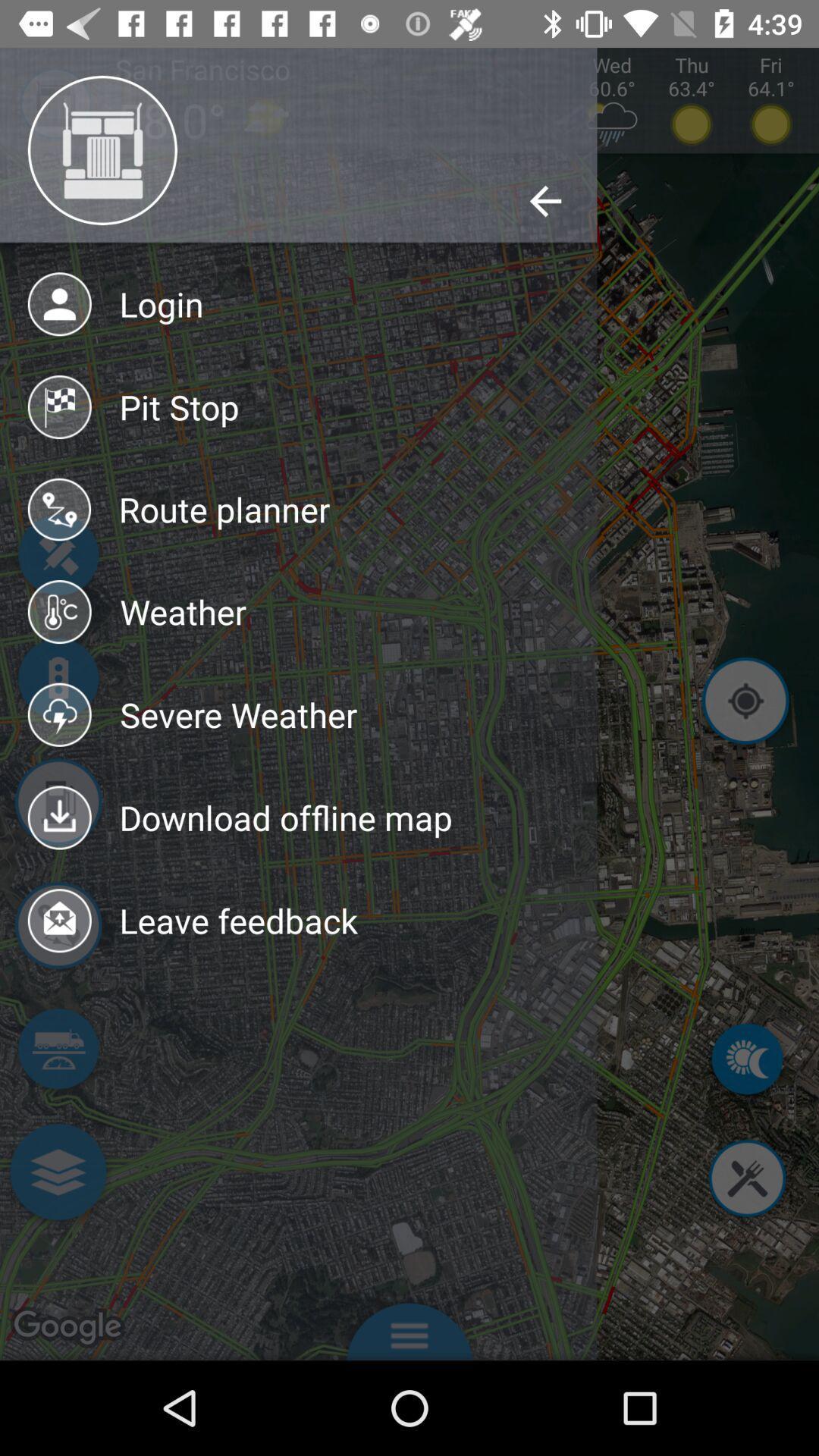 This screenshot has height=1456, width=819. What do you see at coordinates (57, 927) in the screenshot?
I see `the email icon` at bounding box center [57, 927].